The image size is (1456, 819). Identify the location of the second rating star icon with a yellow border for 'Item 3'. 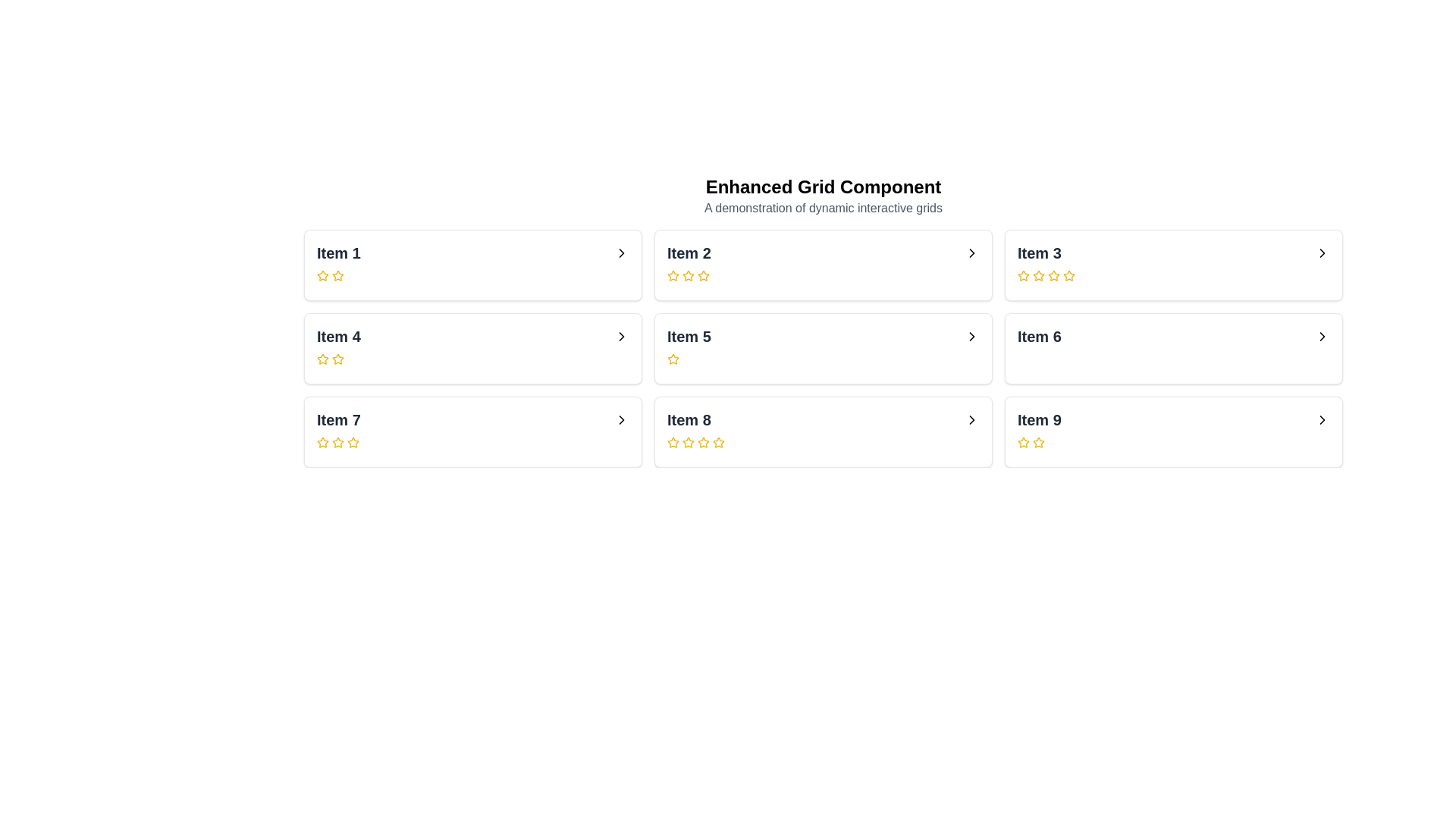
(1053, 275).